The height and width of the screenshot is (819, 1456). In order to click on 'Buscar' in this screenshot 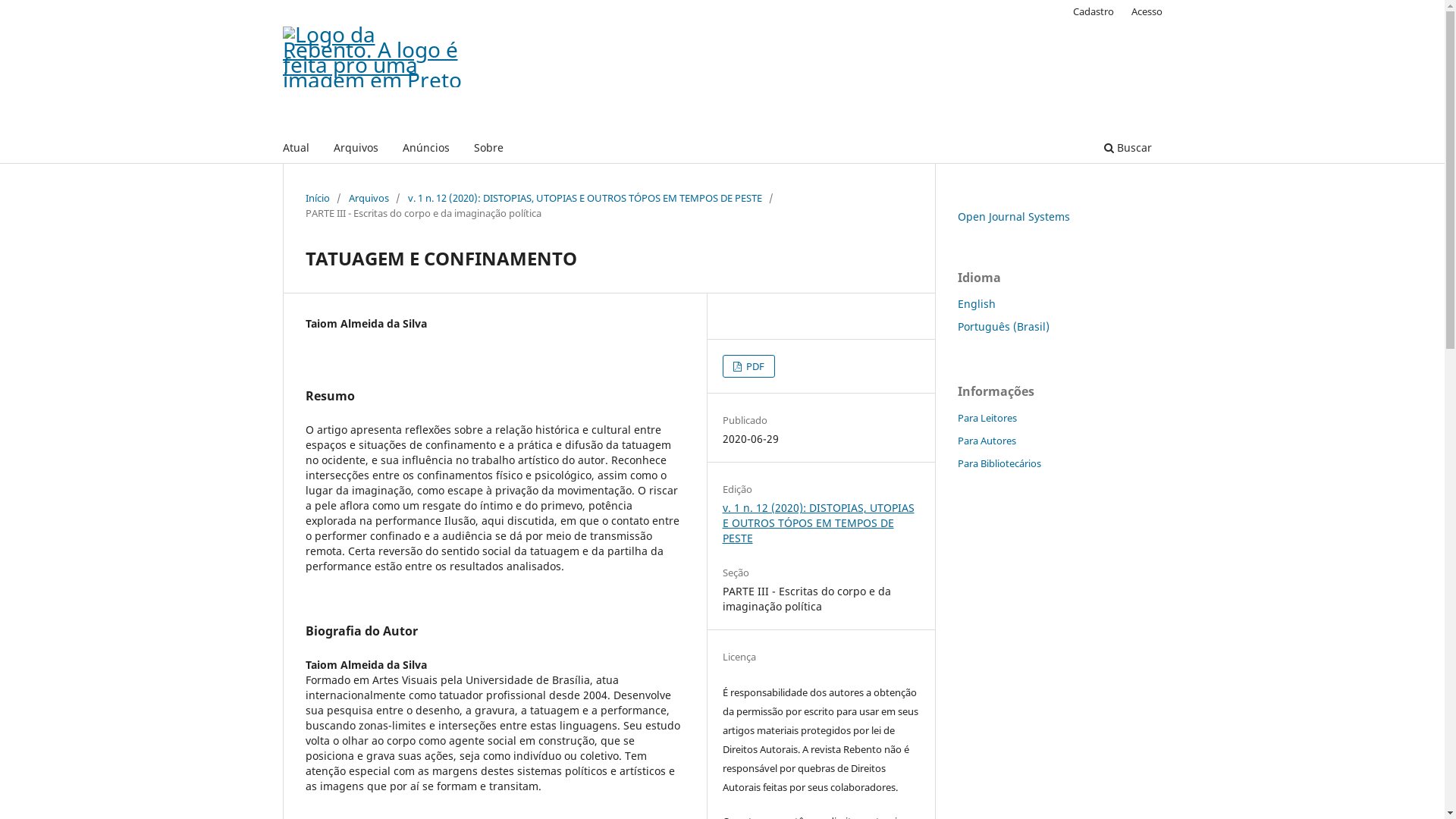, I will do `click(1127, 149)`.